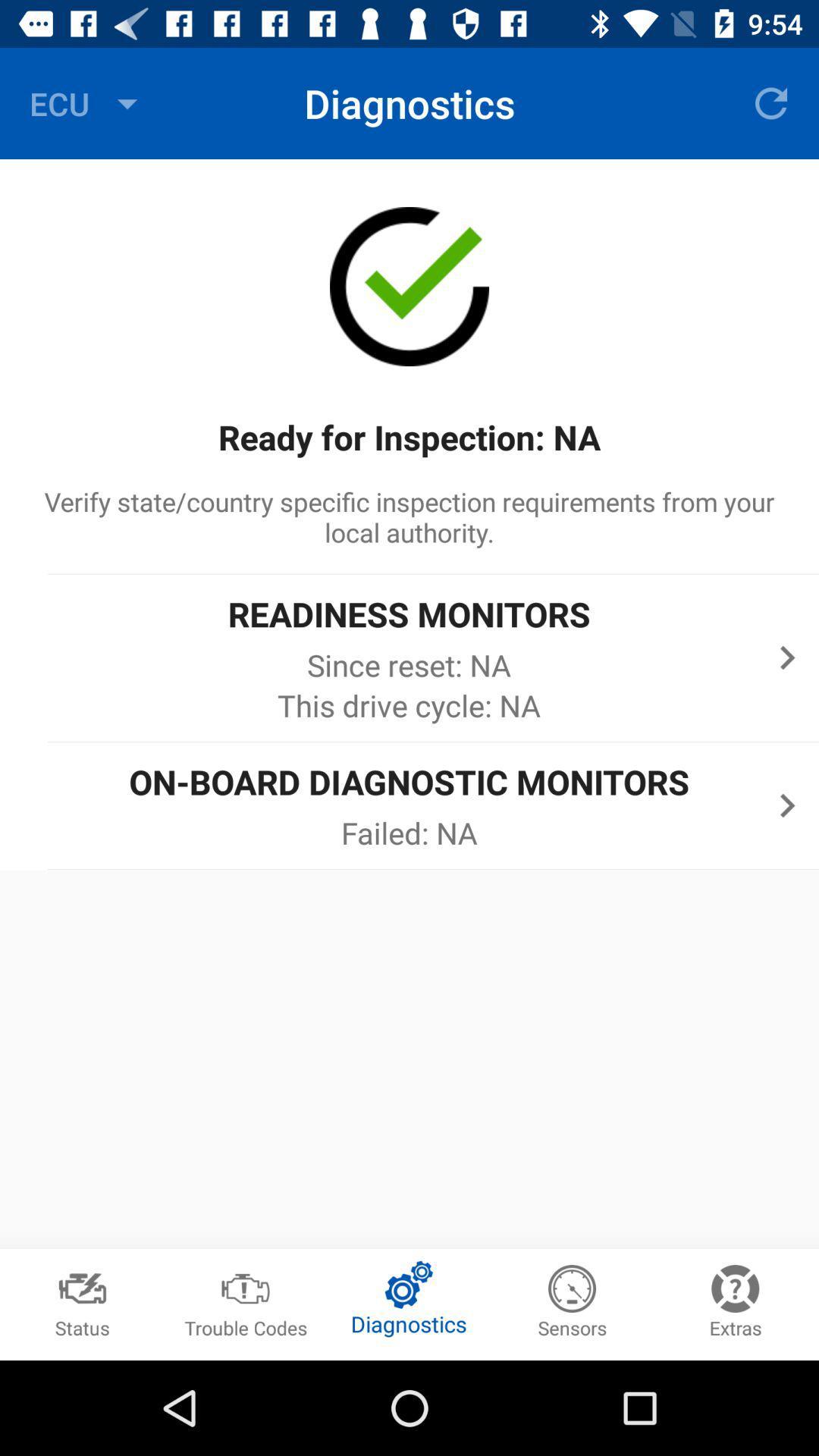 This screenshot has width=819, height=1456. What do you see at coordinates (771, 102) in the screenshot?
I see `the item to the right of the diagnostics icon` at bounding box center [771, 102].